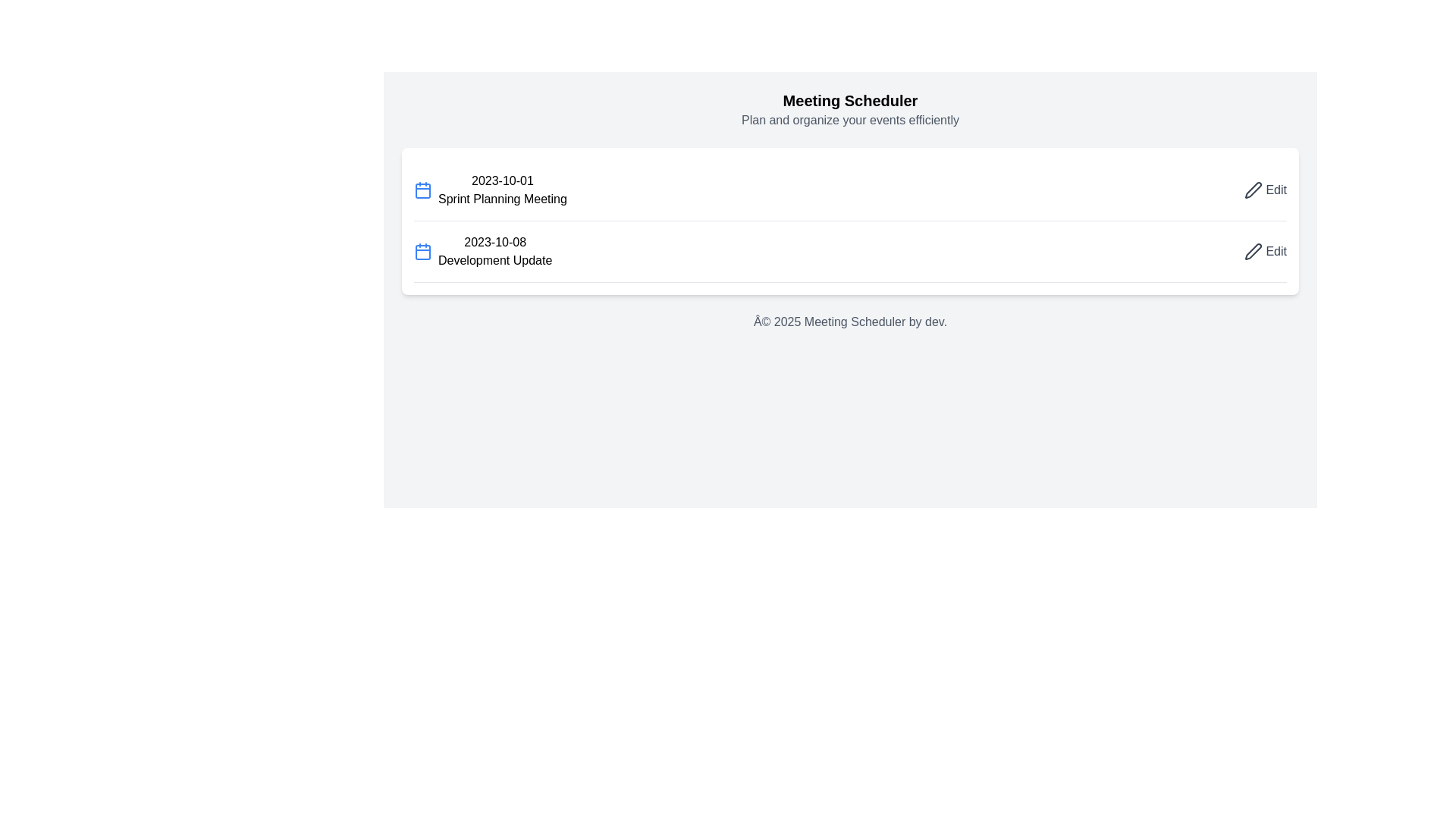  Describe the element at coordinates (850, 119) in the screenshot. I see `the text label that reads 'Plan and organize your events efficiently', which is styled in light gray and positioned directly below the 'Meeting Scheduler' heading` at that location.